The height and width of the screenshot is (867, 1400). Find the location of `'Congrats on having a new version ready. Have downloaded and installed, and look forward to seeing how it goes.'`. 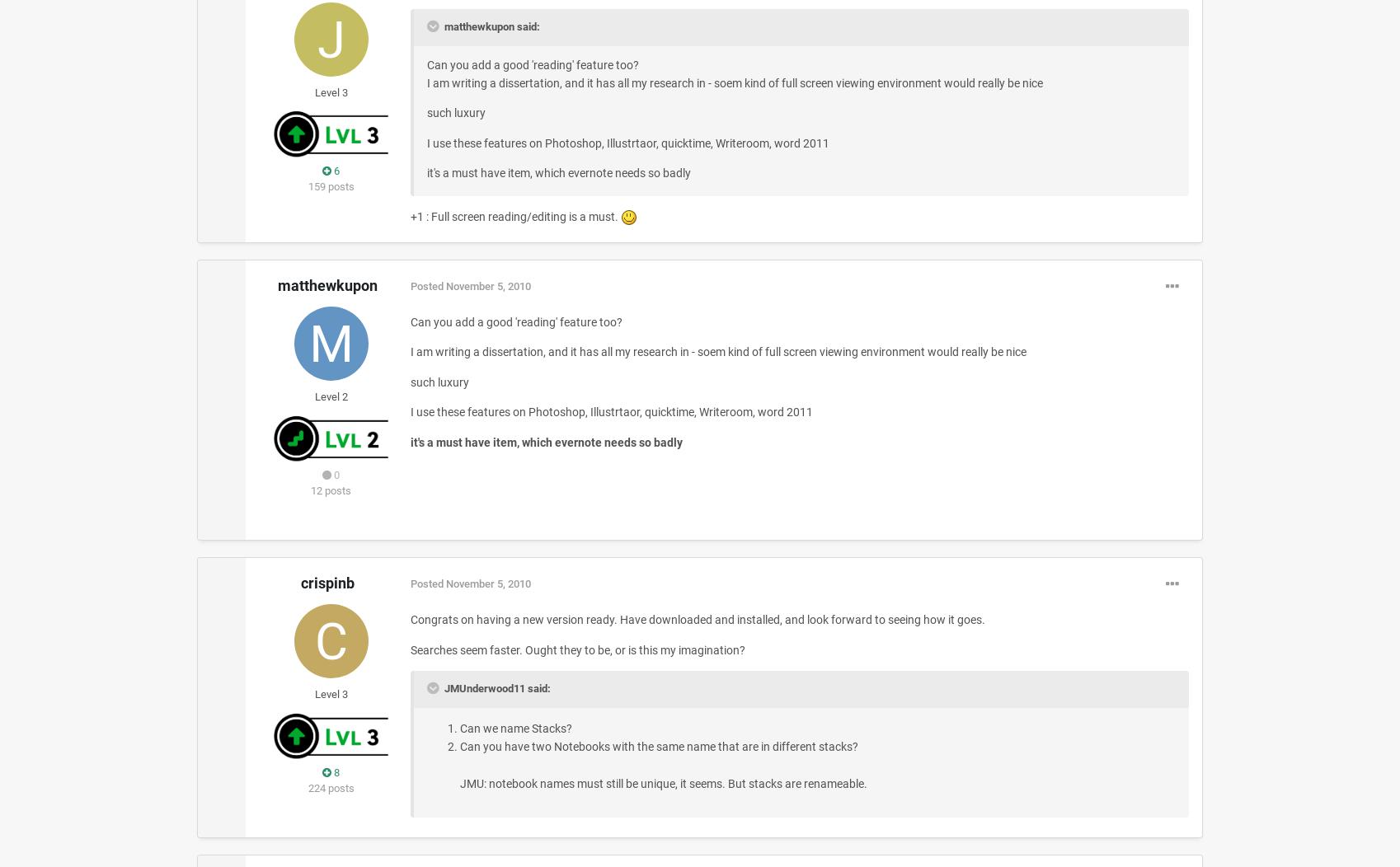

'Congrats on having a new version ready. Have downloaded and installed, and look forward to seeing how it goes.' is located at coordinates (696, 618).